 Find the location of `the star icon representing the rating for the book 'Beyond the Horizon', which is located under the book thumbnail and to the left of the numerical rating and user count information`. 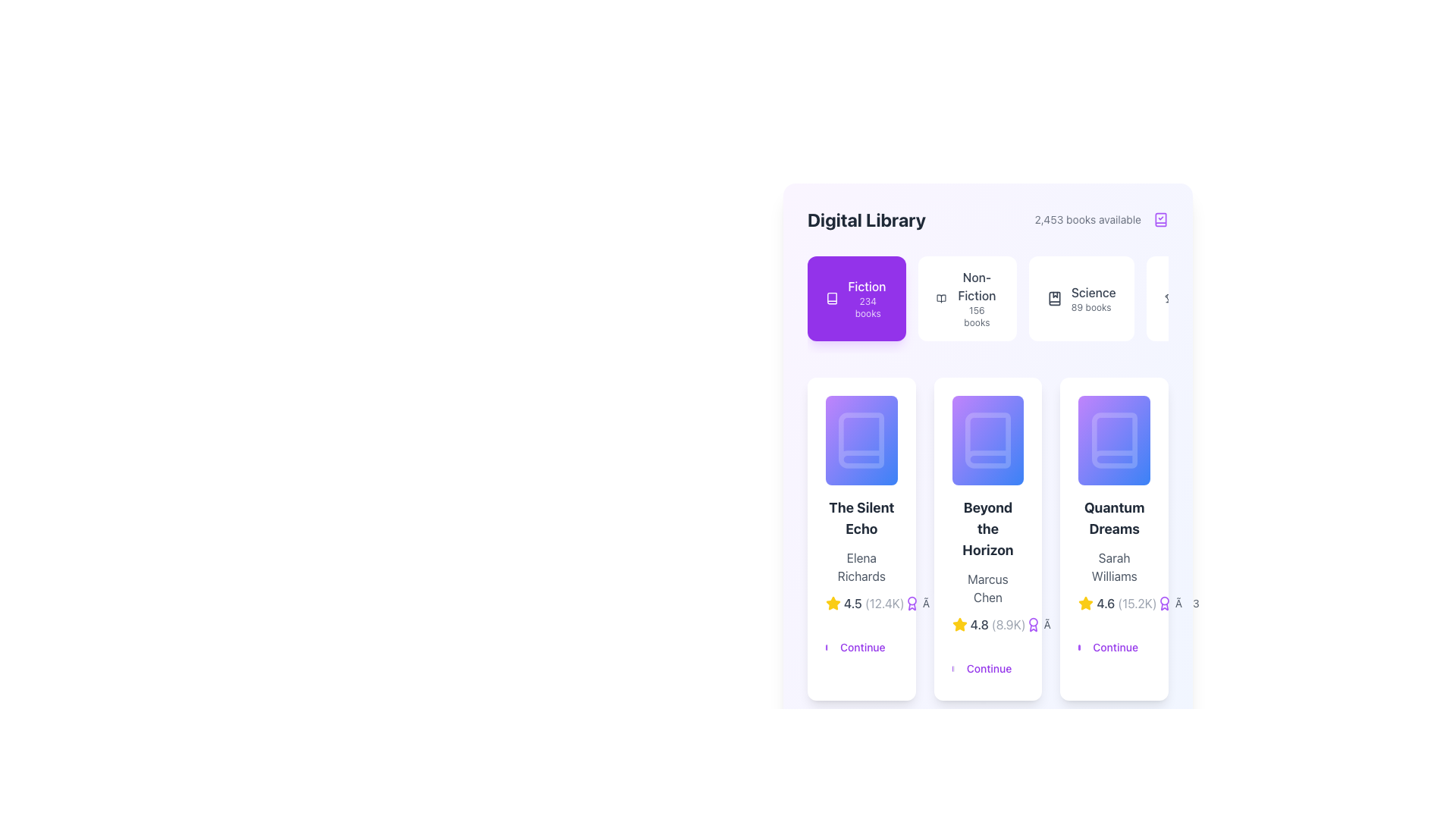

the star icon representing the rating for the book 'Beyond the Horizon', which is located under the book thumbnail and to the left of the numerical rating and user count information is located at coordinates (959, 624).